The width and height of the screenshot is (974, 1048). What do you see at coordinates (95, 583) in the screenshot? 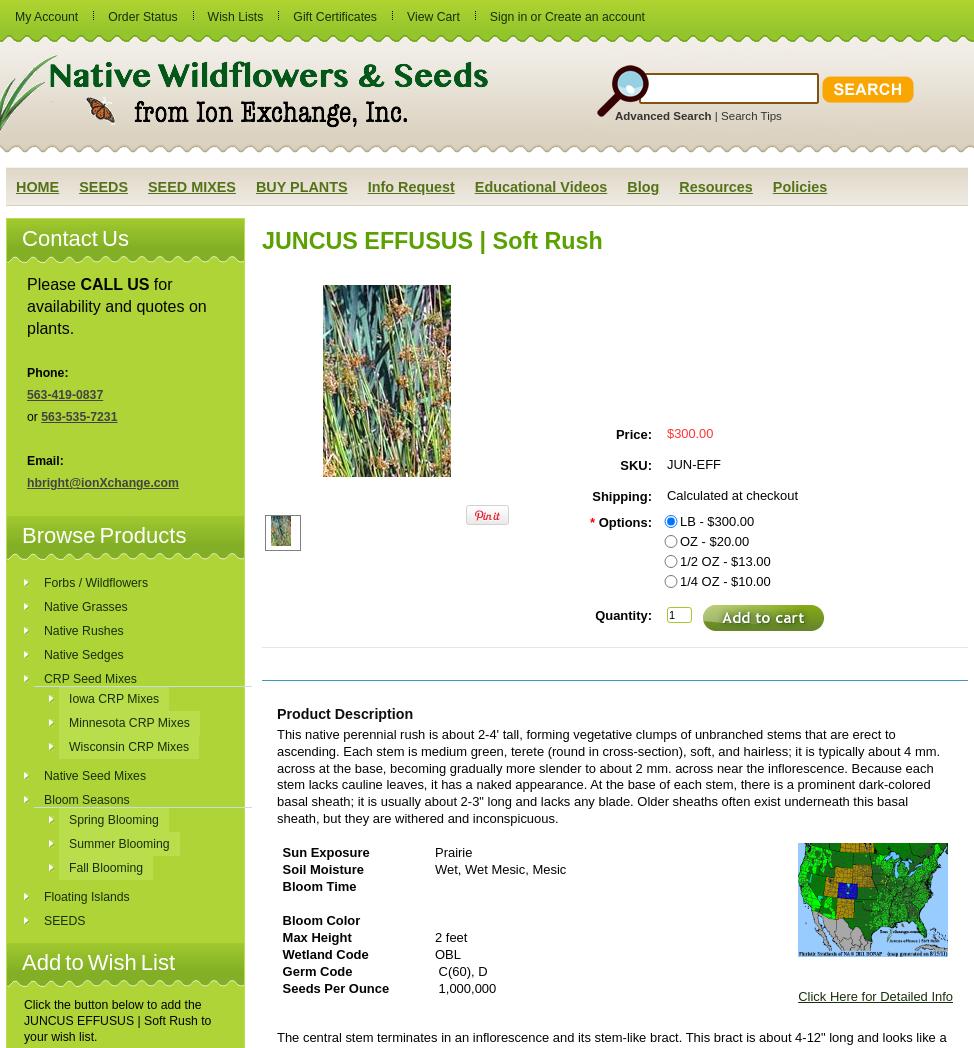
I see `'Forbs / Wildflowers'` at bounding box center [95, 583].